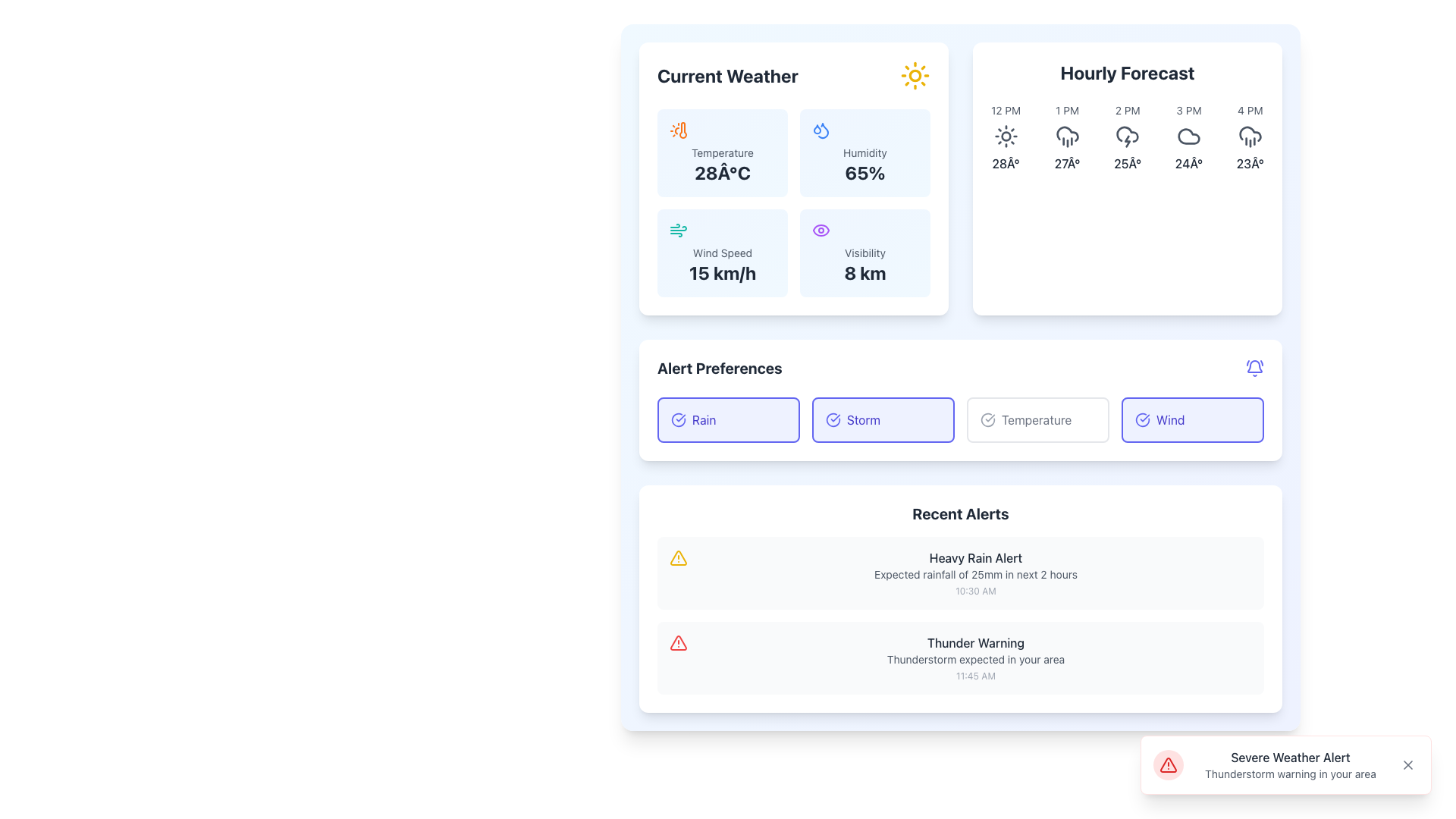 The image size is (1456, 819). Describe the element at coordinates (1036, 420) in the screenshot. I see `the 'Temperature' text label, which is the fourth item in the 'Alert Preferences' section, positioned between 'Storm' and 'Wind'` at that location.